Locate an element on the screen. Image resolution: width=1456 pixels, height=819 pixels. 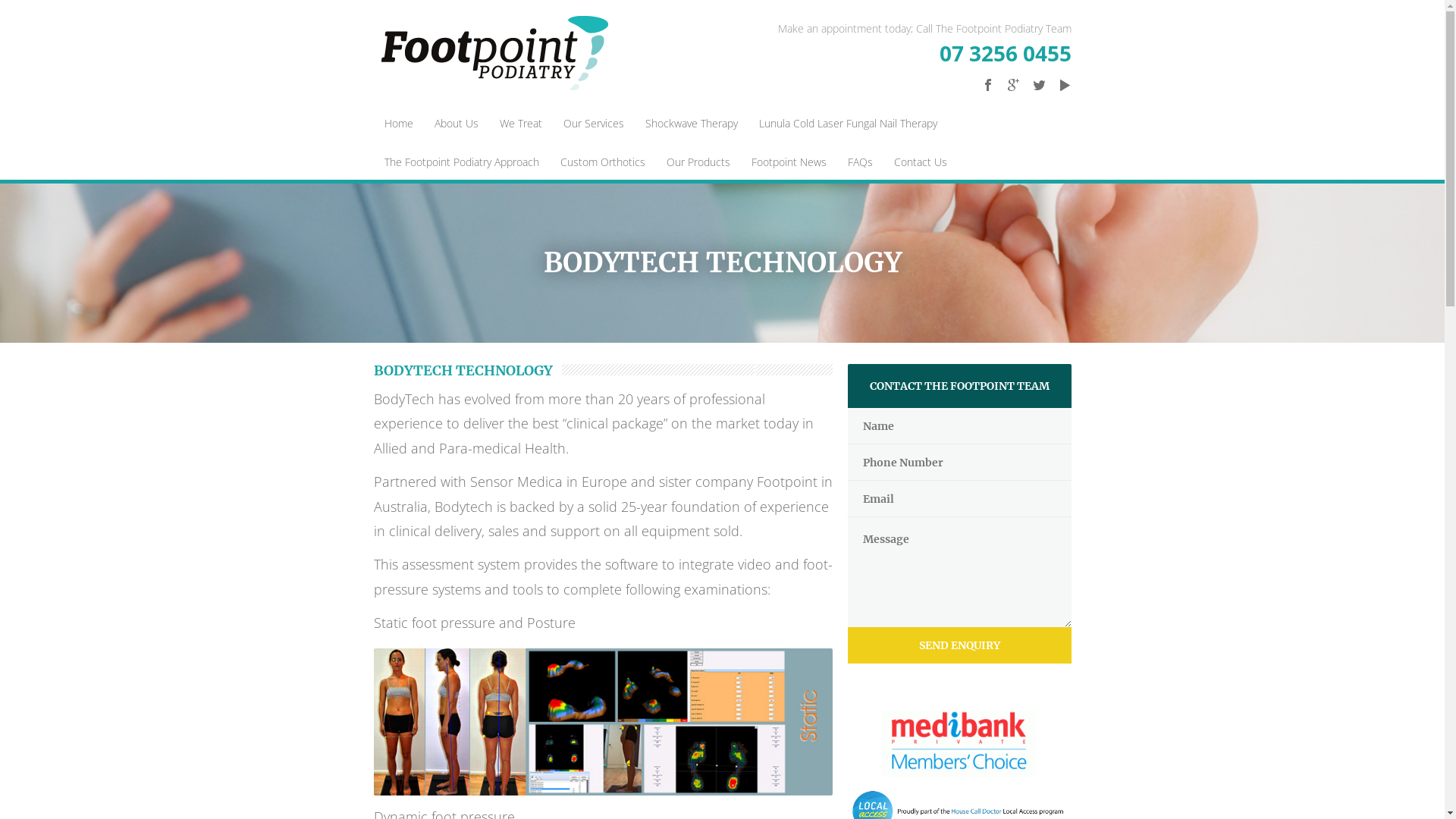
'Footpoint Podiatry' is located at coordinates (494, 52).